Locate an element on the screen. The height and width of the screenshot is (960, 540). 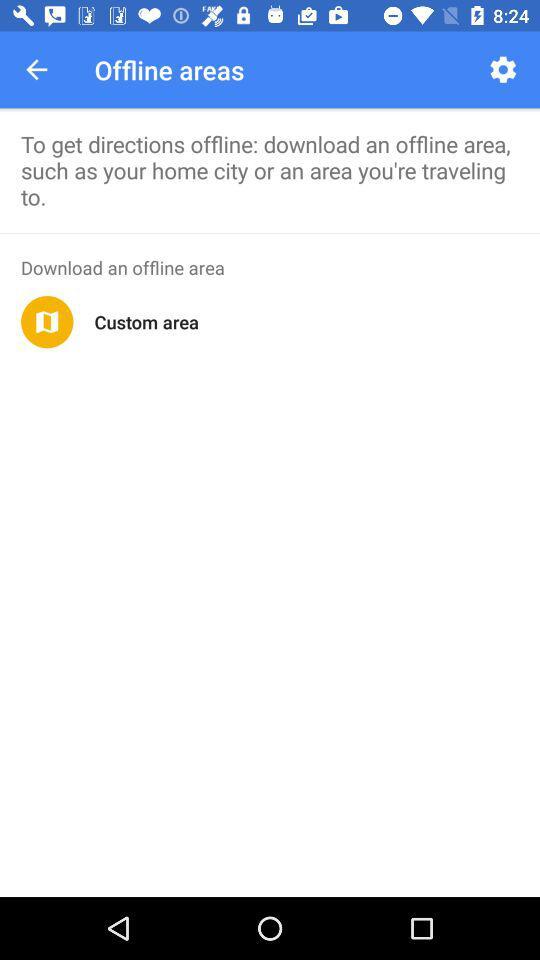
custom area app is located at coordinates (145, 322).